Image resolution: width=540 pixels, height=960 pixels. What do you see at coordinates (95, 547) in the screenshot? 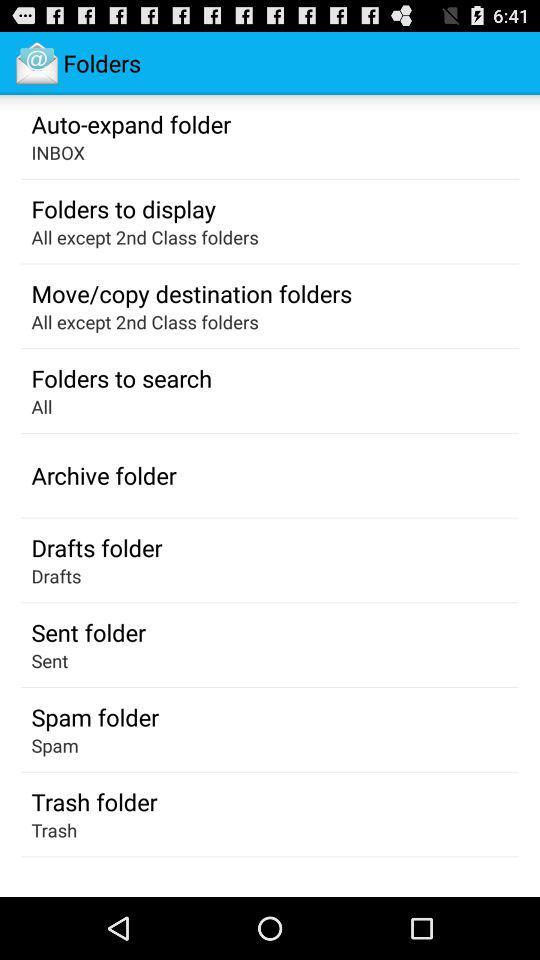
I see `the drafts folder item` at bounding box center [95, 547].